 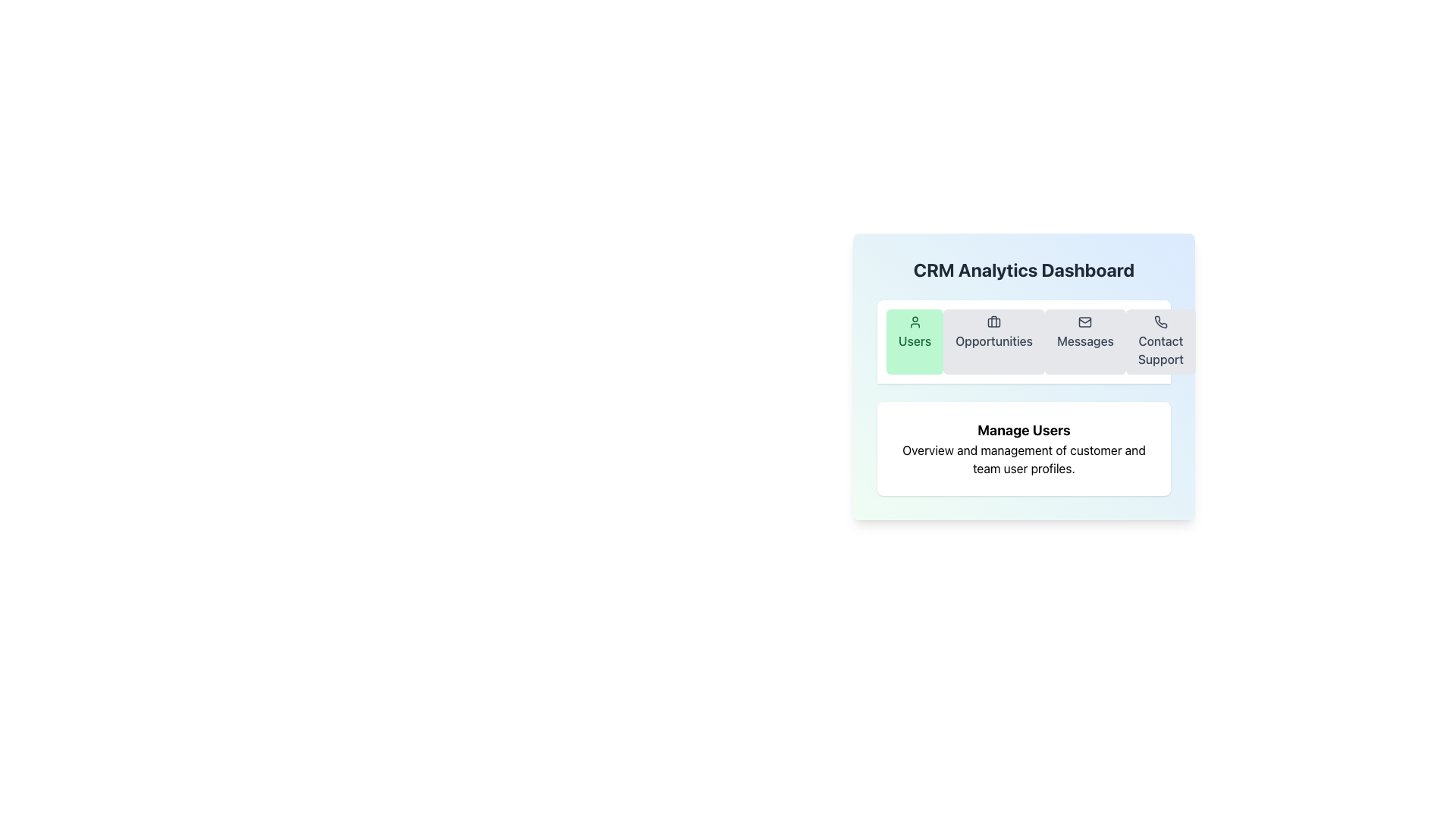 I want to click on the 'Opportunities' text label located within the second button from the left in the horizontal navigation bar, which is identified by its position near the briefcase icon and surrounded by 'Users' and 'Messages' buttons, so click(x=993, y=341).